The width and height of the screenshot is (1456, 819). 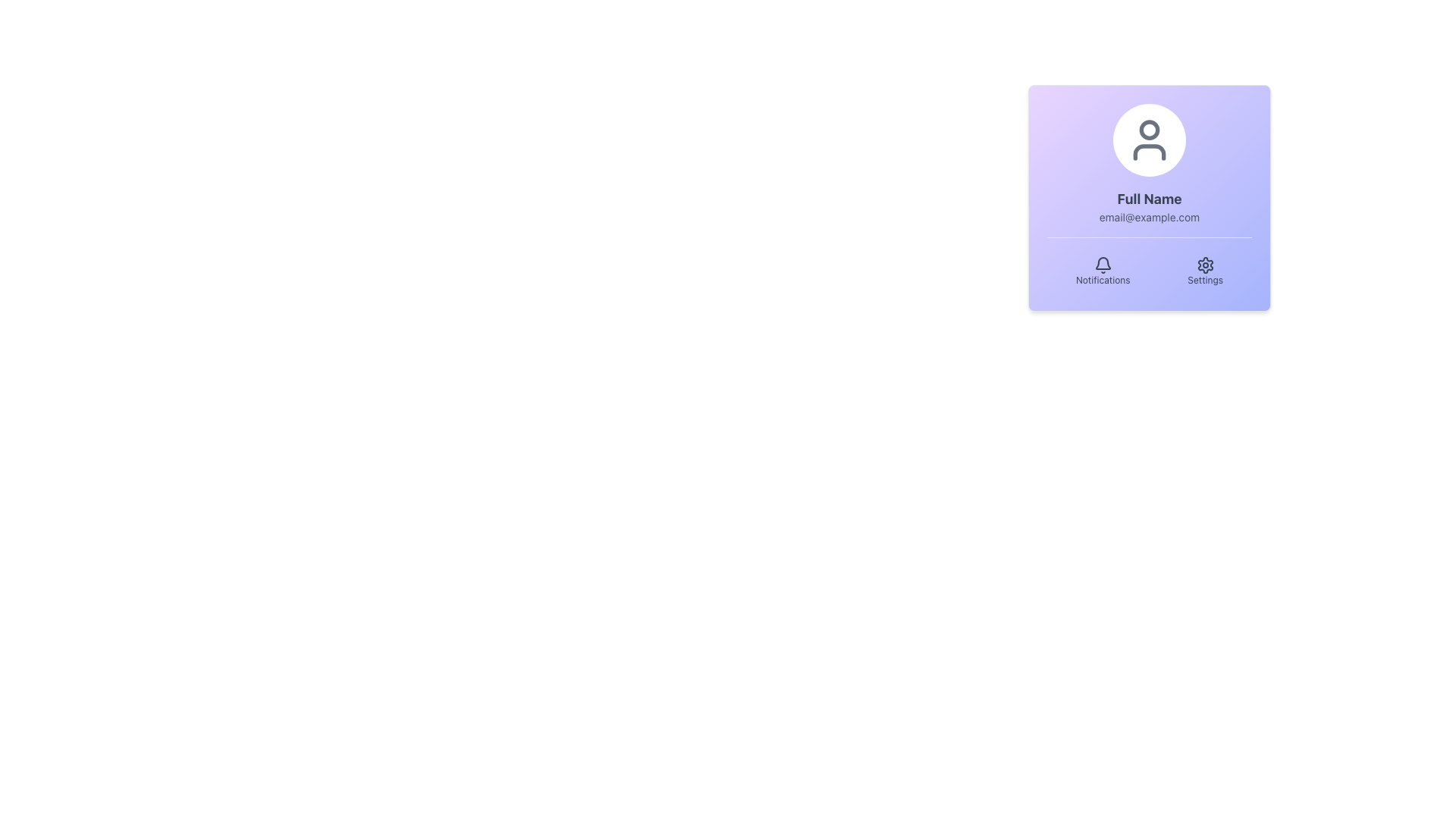 I want to click on the bell-shaped SVG icon located in the bottom-left corner of the user information box, so click(x=1103, y=265).